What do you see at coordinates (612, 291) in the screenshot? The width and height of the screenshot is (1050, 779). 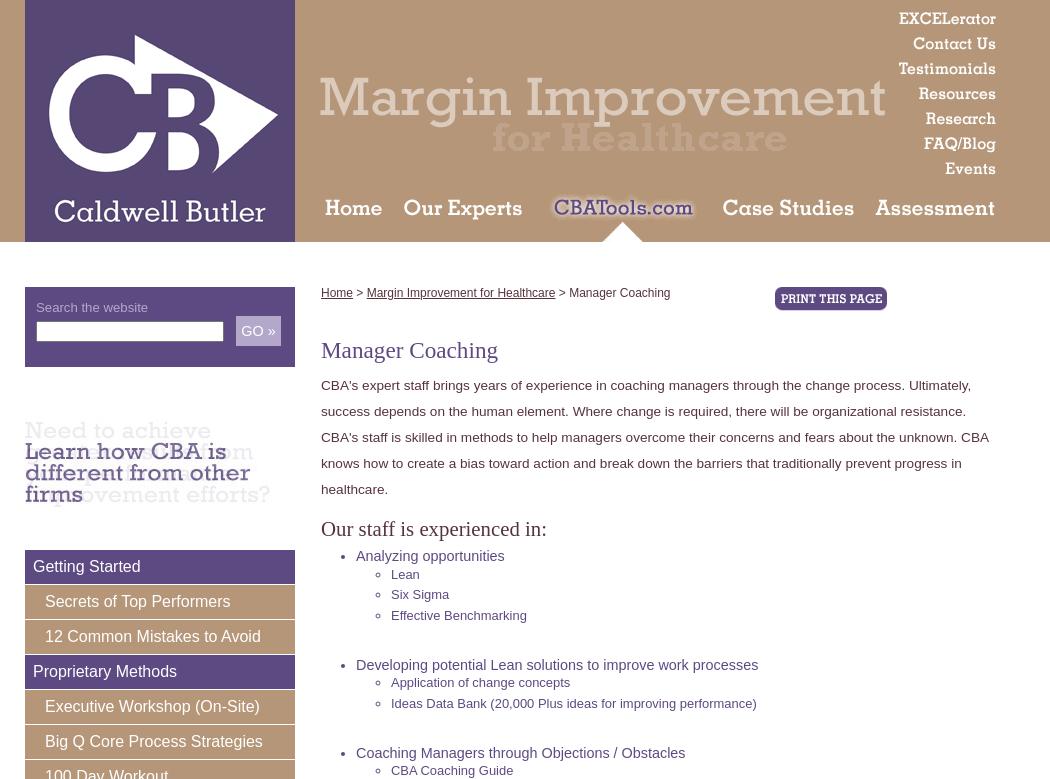 I see `'> Manager Coaching'` at bounding box center [612, 291].